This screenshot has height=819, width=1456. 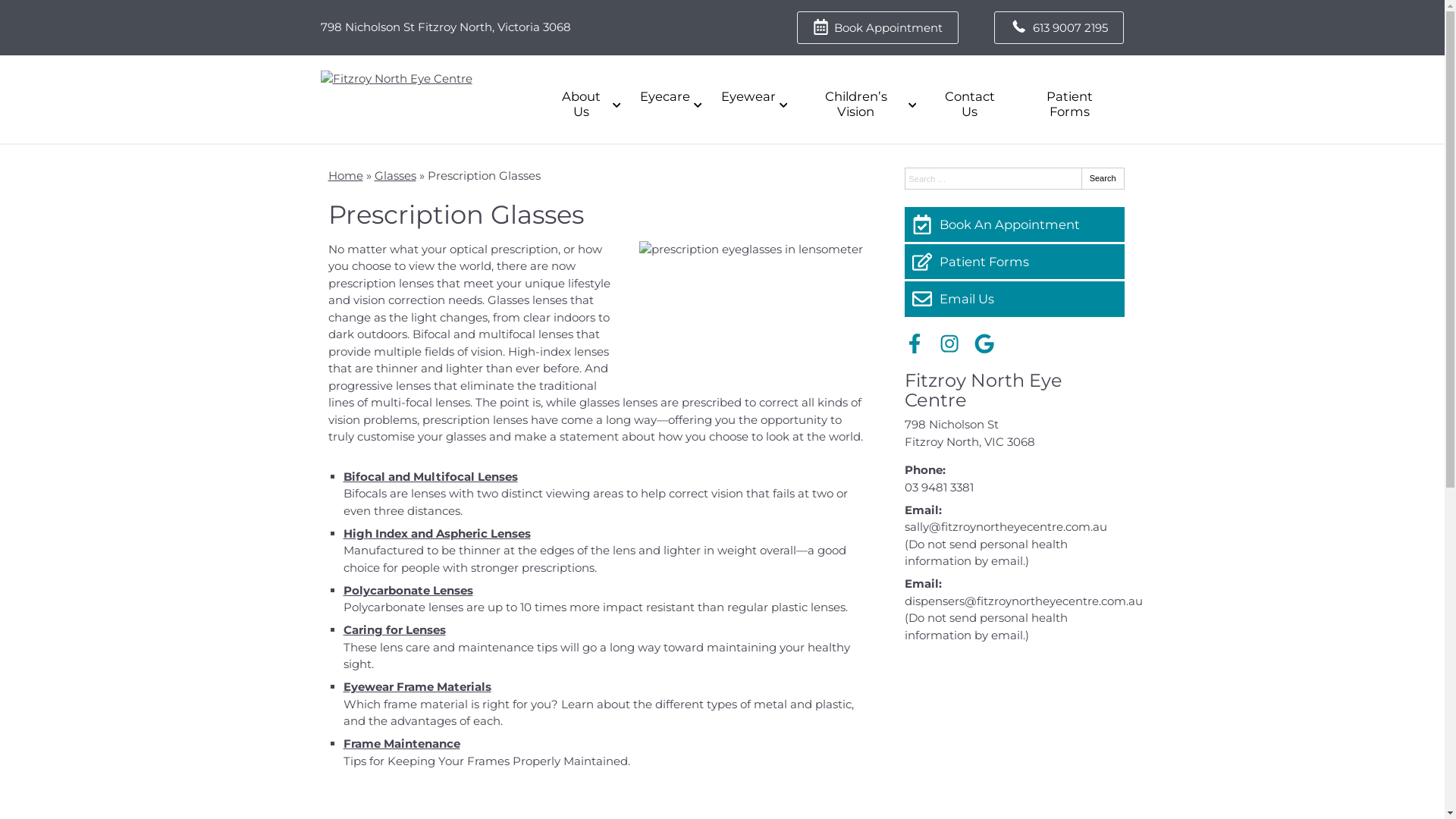 What do you see at coordinates (584, 104) in the screenshot?
I see `'About Us'` at bounding box center [584, 104].